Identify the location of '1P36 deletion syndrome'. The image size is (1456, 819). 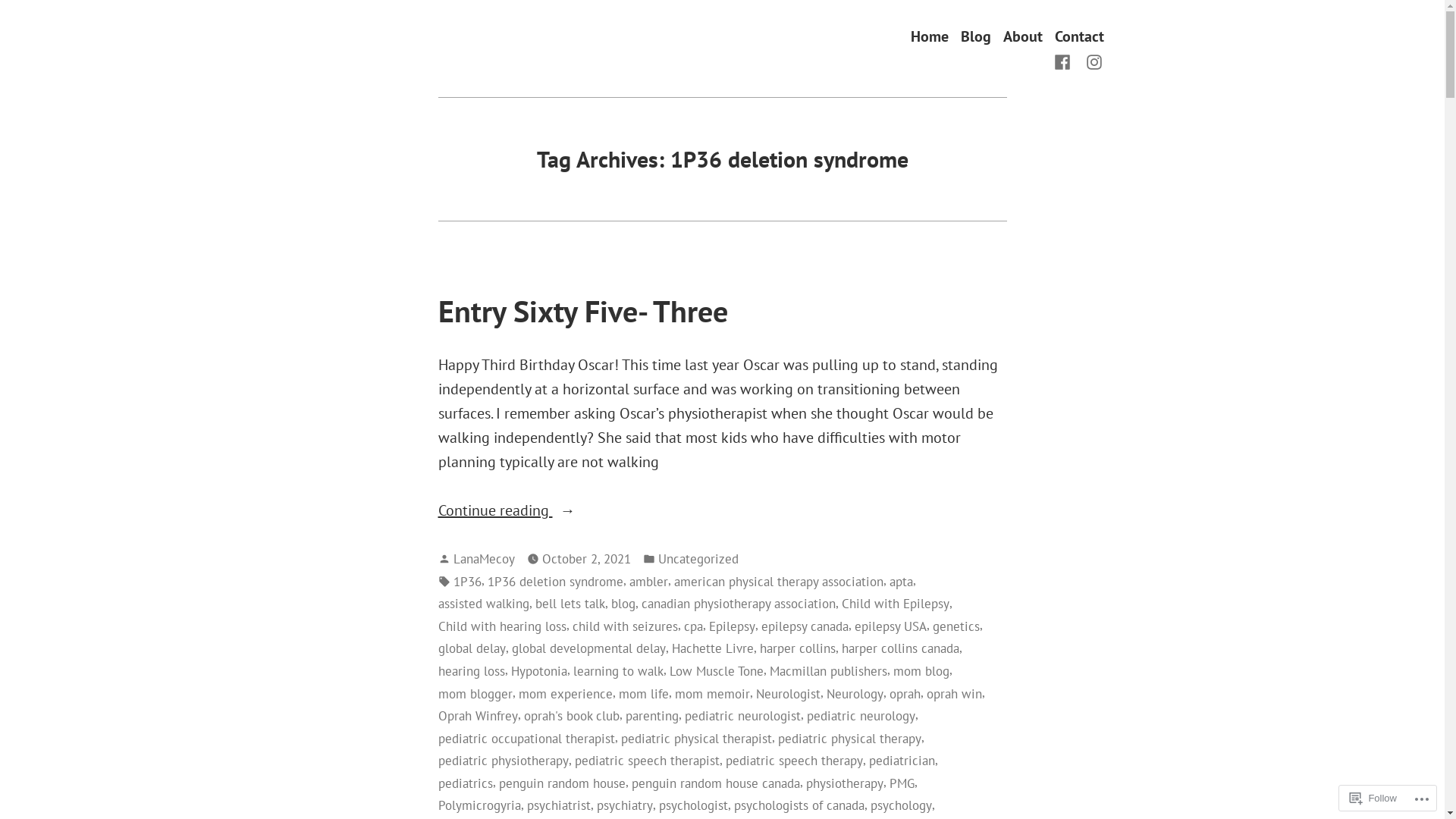
(487, 581).